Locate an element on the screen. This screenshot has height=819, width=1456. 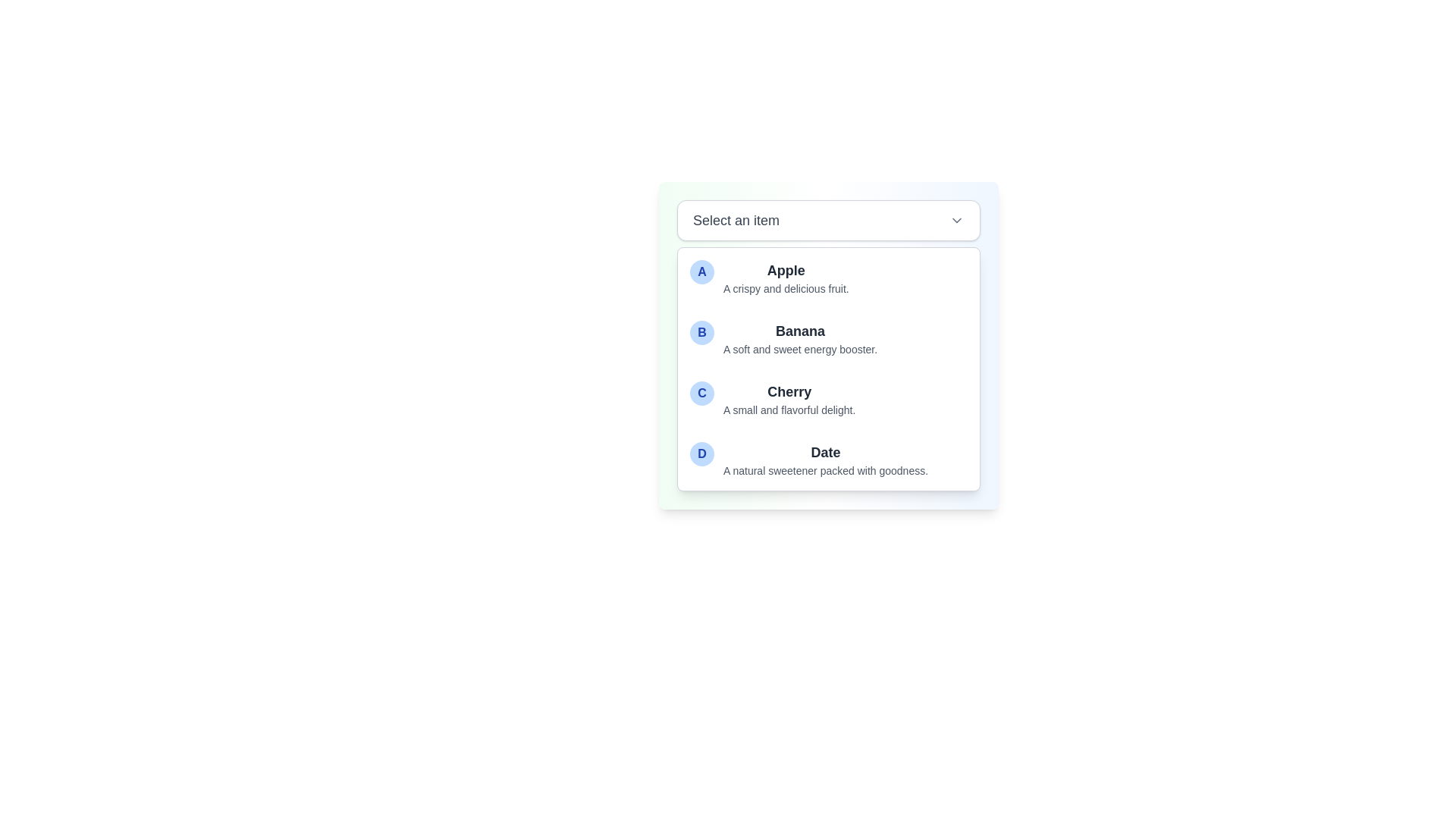
the selectable list item titled 'Date' which has a blue circular icon with the letter 'D' and a description below it is located at coordinates (828, 459).